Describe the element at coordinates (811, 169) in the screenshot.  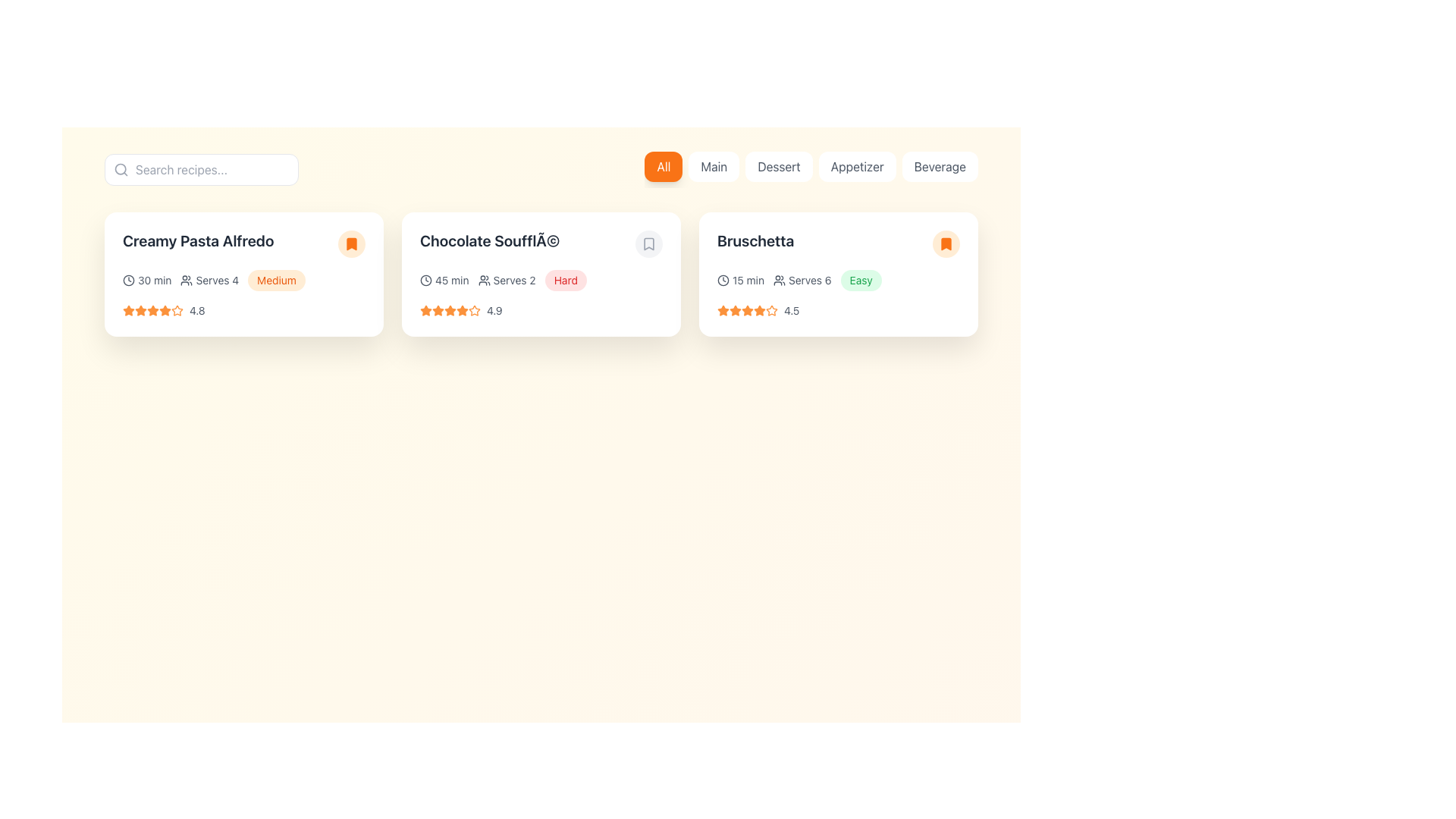
I see `the 'Dessert' tab within the navigation menu at the top-right of the interface, which contains tabs for filtering content such as 'All', 'Main', 'Dessert', 'Appetizer', and 'Beverage'` at that location.